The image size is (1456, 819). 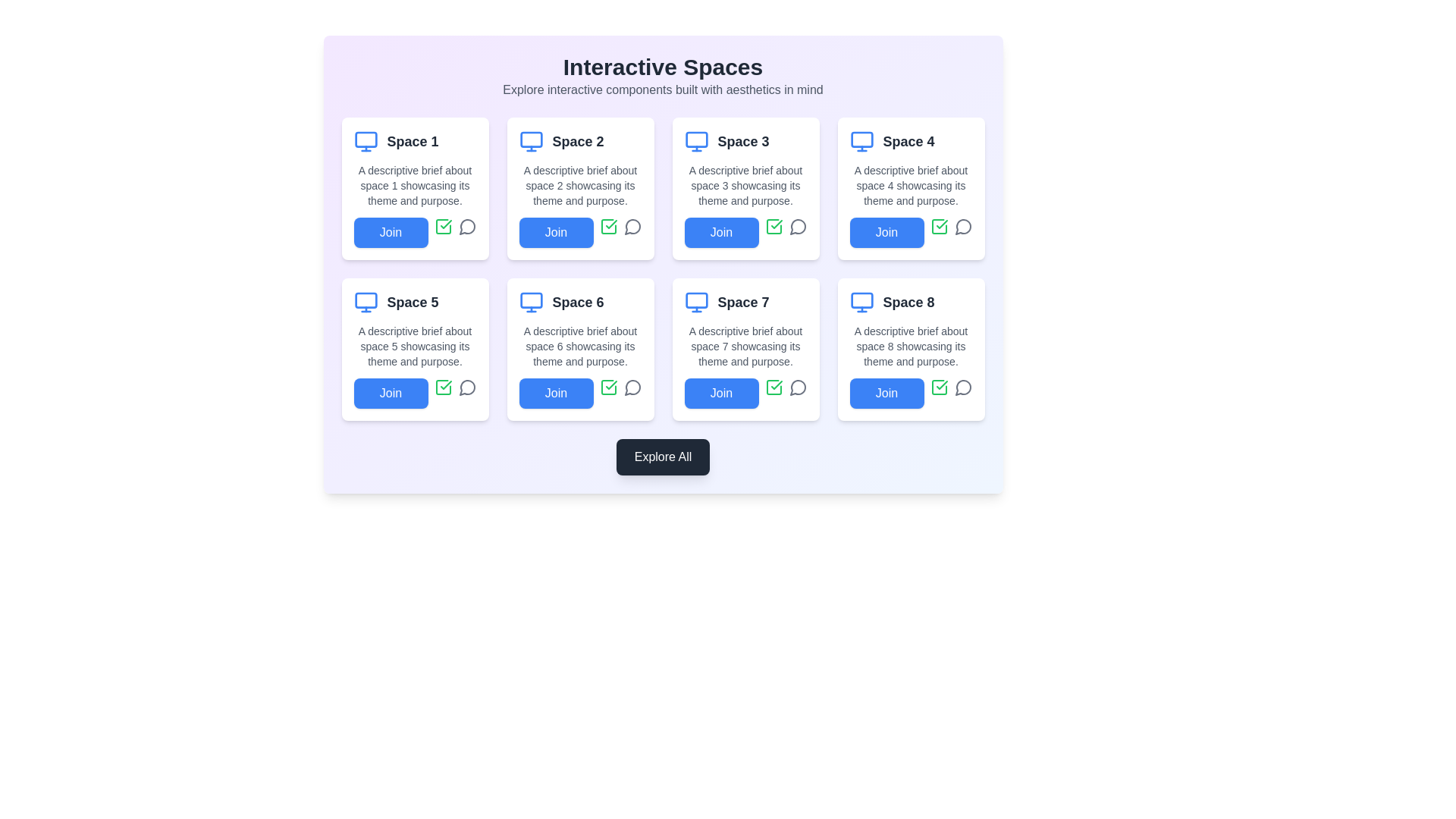 What do you see at coordinates (632, 387) in the screenshot?
I see `the speech bubble outline icon located in the bottom-right corner of the card labeled 'Space 6'` at bounding box center [632, 387].